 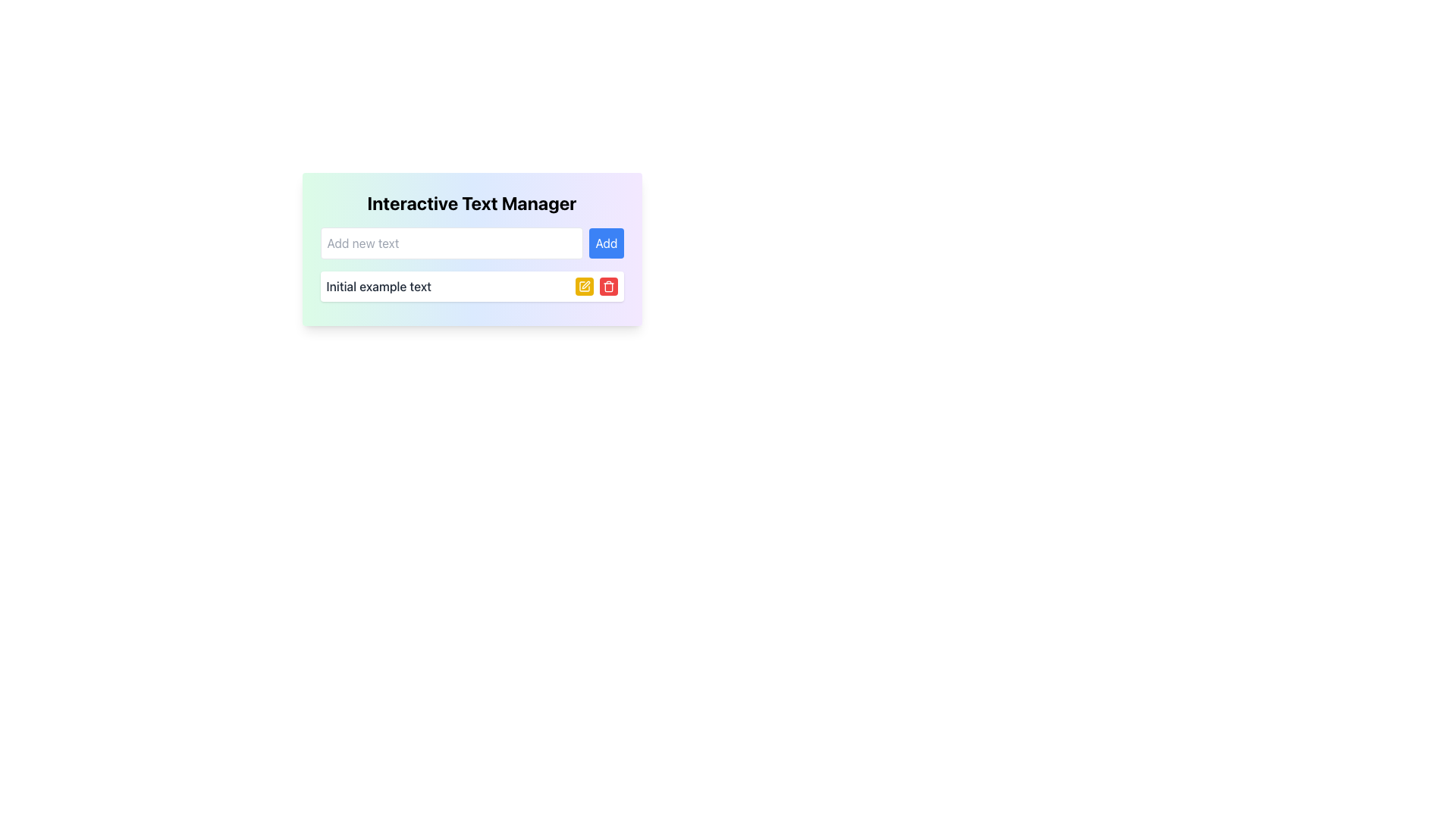 I want to click on the red rectangular button with a trash icon located at the rightmost end of the button stack, so click(x=595, y=287).